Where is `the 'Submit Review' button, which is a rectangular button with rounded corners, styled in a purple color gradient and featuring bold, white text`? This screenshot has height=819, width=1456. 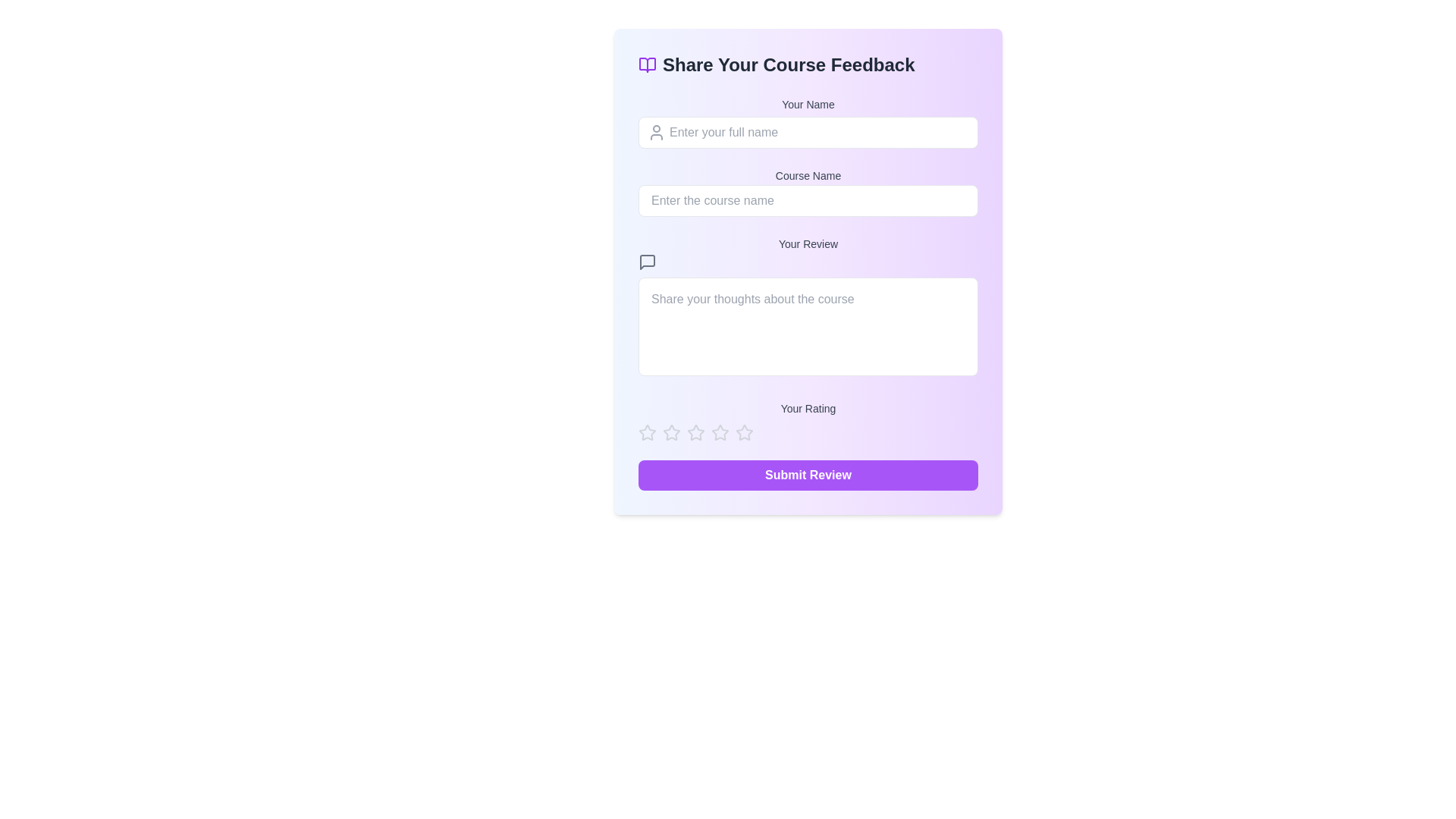 the 'Submit Review' button, which is a rectangular button with rounded corners, styled in a purple color gradient and featuring bold, white text is located at coordinates (807, 475).